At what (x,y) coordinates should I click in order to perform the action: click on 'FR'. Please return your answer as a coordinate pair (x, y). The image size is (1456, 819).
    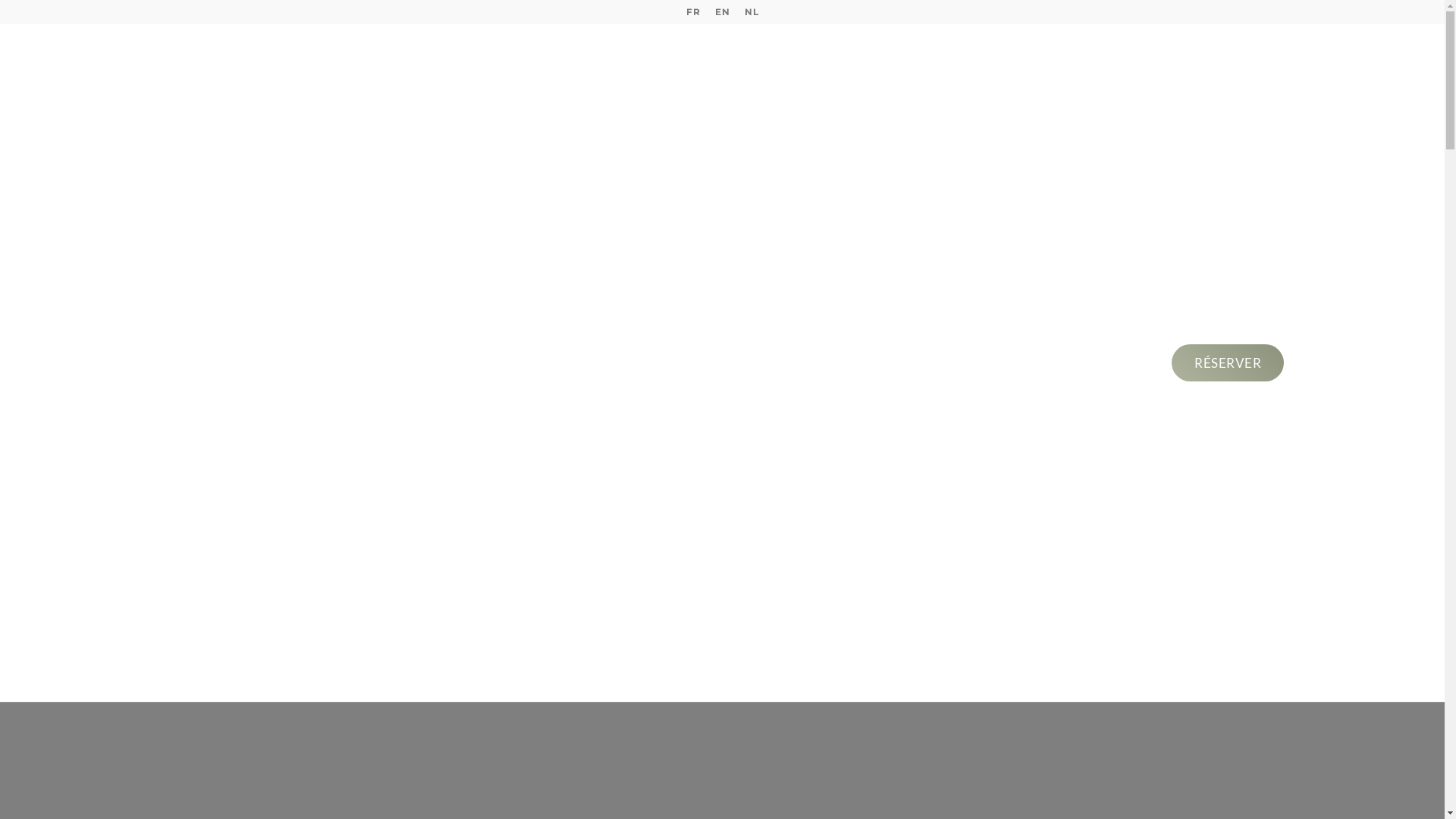
    Looking at the image, I should click on (692, 11).